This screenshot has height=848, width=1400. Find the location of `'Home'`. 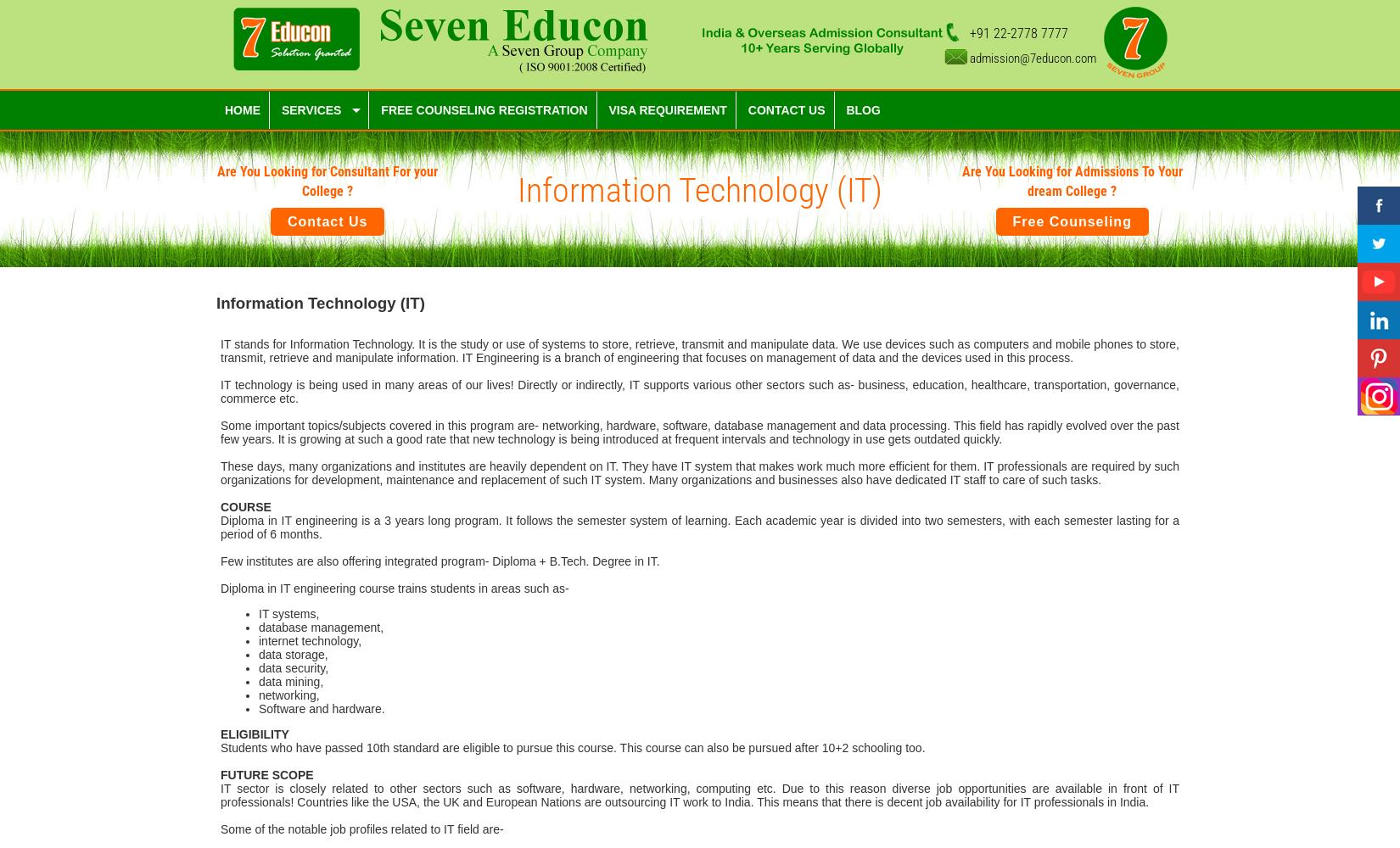

'Home' is located at coordinates (242, 110).